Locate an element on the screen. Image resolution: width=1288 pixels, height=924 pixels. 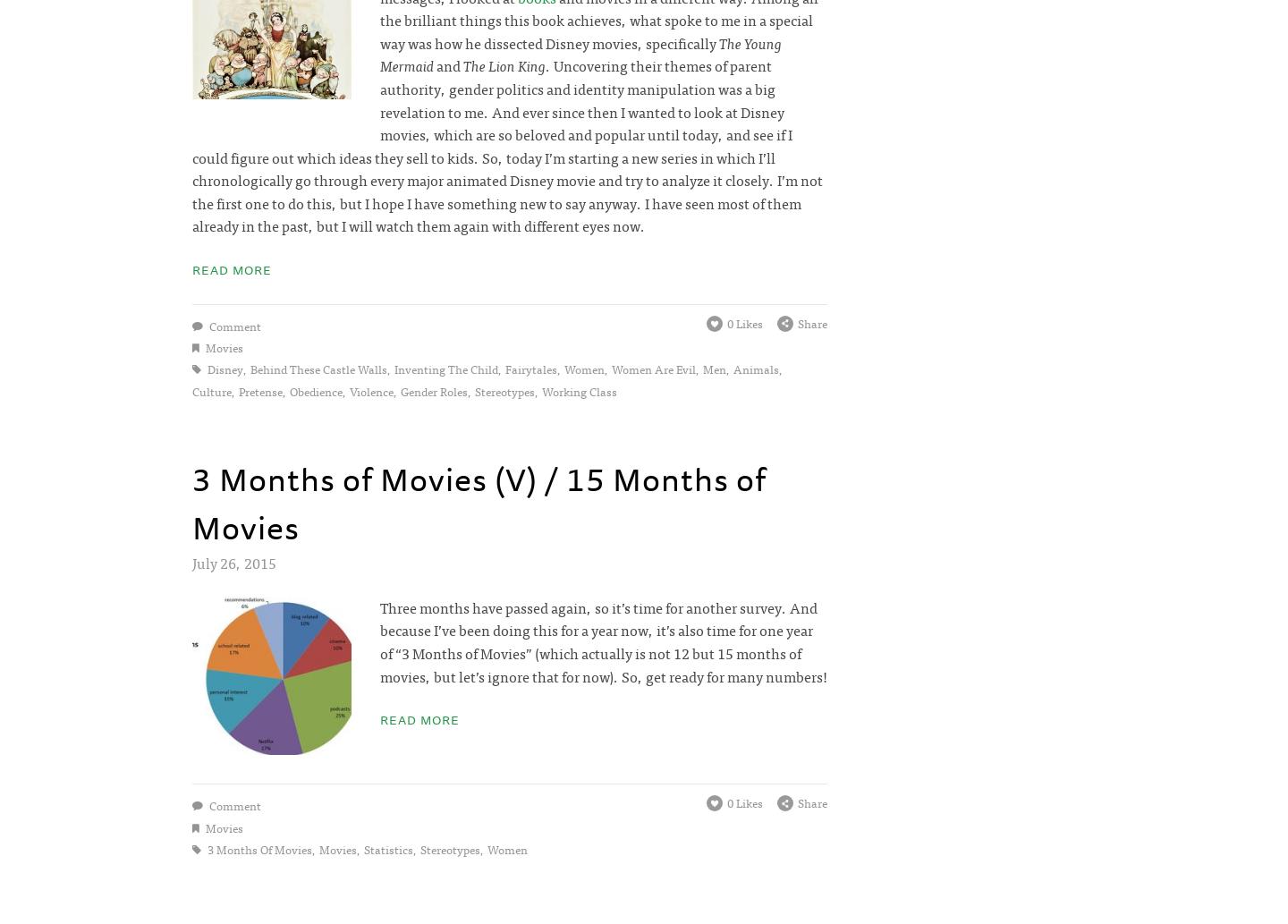
'Three months have passed again, so it’s time for another survey. And because I’ve been doing this for a year now, it’s also time for one year of “3 Months of Movies” (which actually is not 12 but 15 months of movies, but let’s ignore that for now). So, get ready for many numbers!' is located at coordinates (603, 640).